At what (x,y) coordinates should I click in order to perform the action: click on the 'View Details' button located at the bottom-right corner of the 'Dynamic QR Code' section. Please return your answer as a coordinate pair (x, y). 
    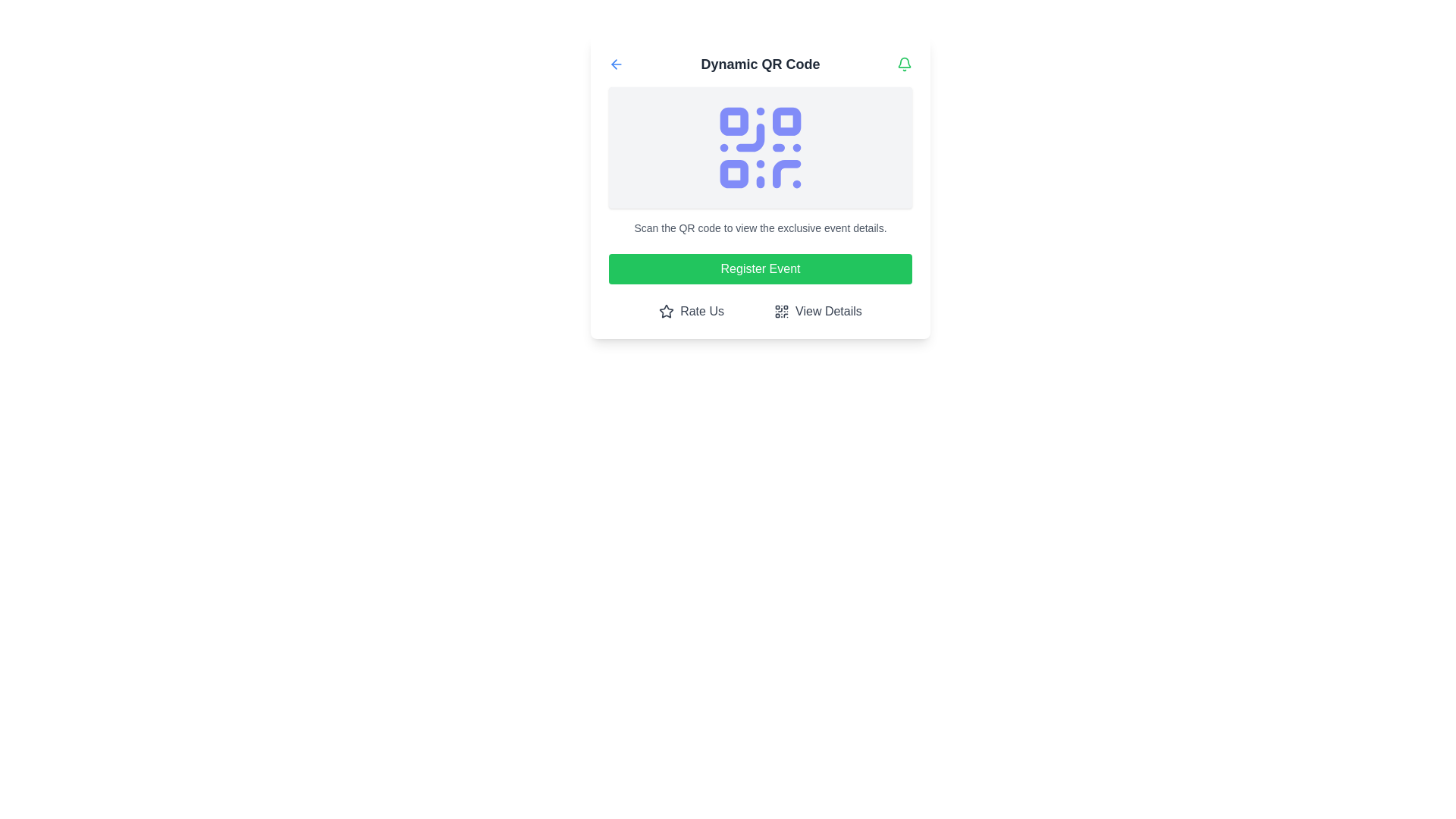
    Looking at the image, I should click on (817, 311).